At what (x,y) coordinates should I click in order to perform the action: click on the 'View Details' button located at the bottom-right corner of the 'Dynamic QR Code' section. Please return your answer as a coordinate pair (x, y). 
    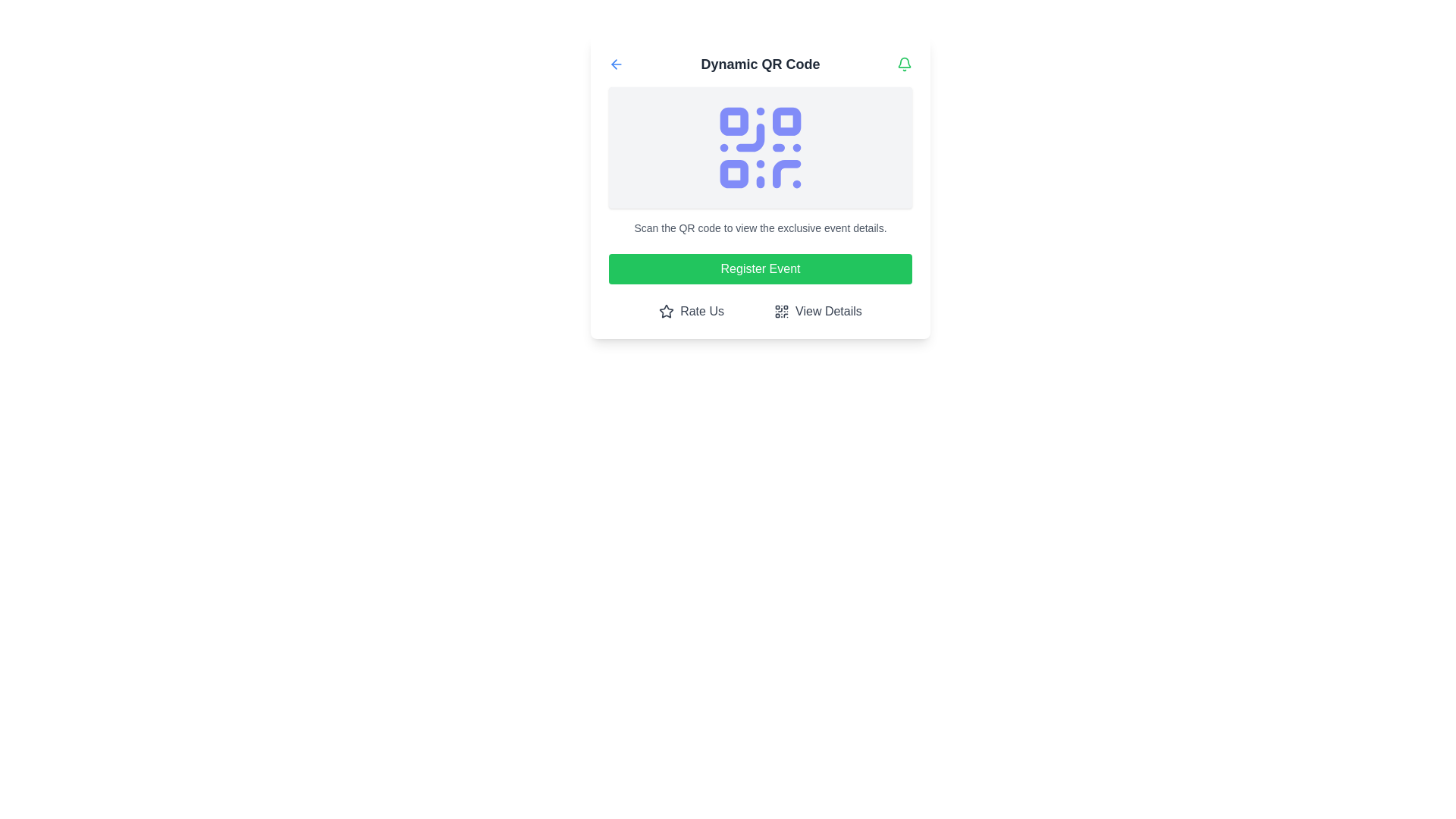
    Looking at the image, I should click on (817, 311).